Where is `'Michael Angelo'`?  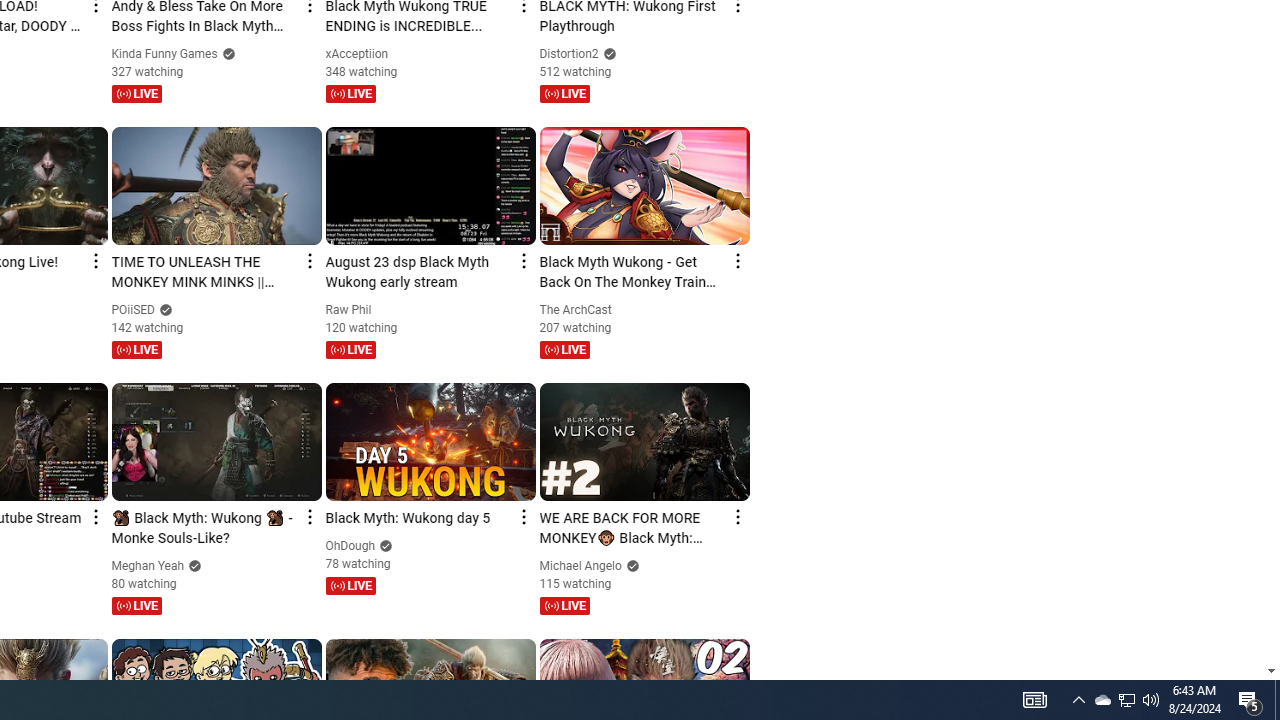 'Michael Angelo' is located at coordinates (580, 566).